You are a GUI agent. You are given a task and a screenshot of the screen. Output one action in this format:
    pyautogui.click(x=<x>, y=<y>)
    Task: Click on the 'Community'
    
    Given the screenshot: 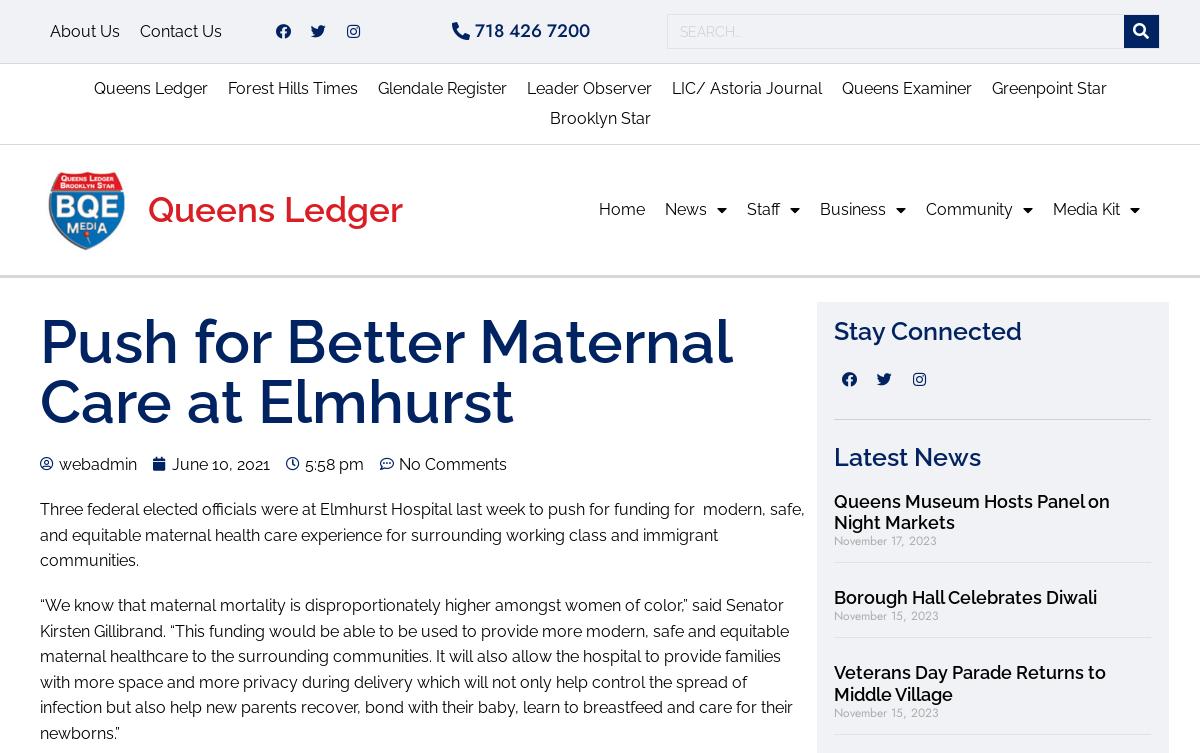 What is the action you would take?
    pyautogui.click(x=969, y=207)
    